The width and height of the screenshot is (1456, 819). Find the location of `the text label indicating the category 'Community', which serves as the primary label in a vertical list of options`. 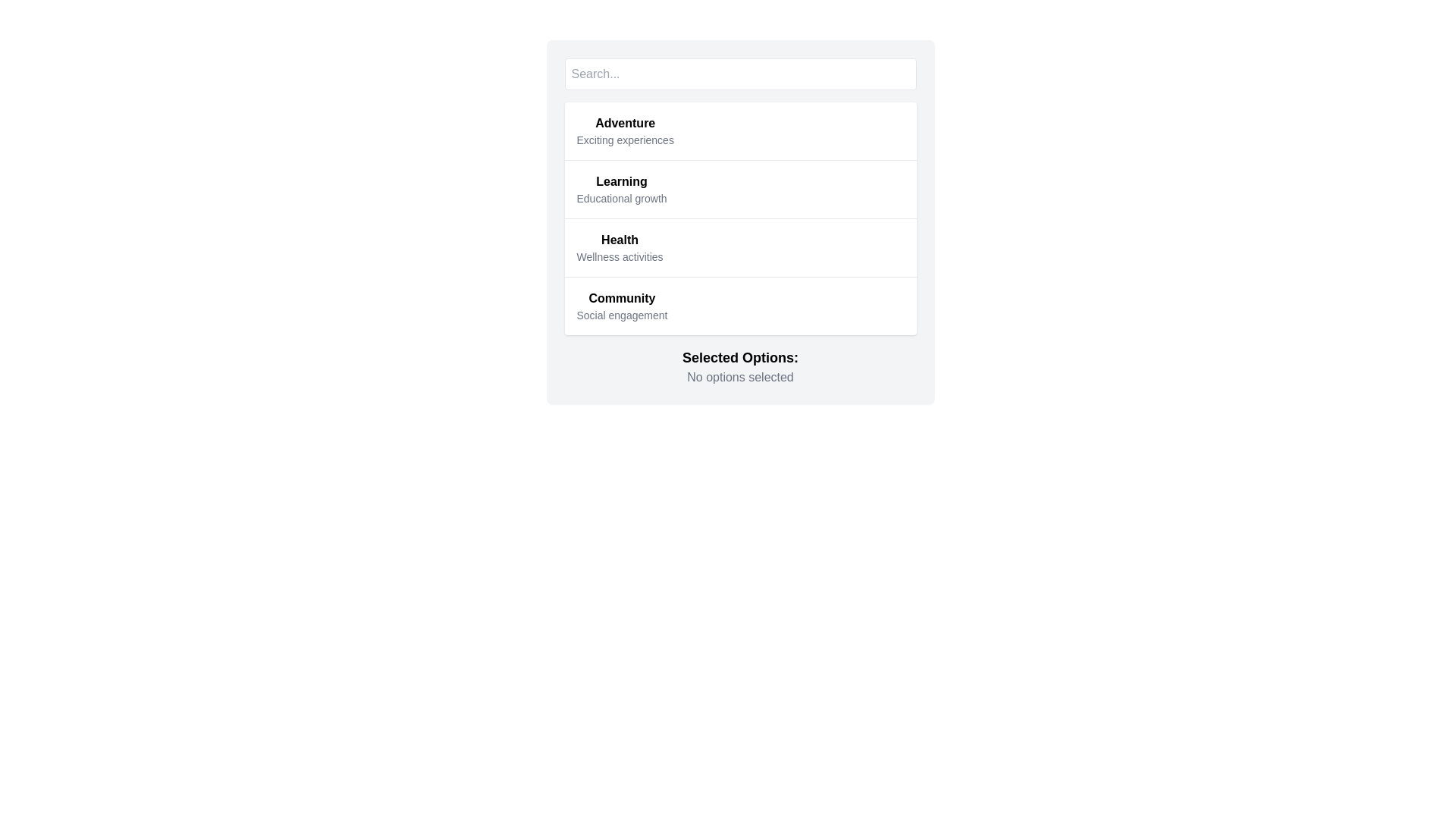

the text label indicating the category 'Community', which serves as the primary label in a vertical list of options is located at coordinates (622, 298).